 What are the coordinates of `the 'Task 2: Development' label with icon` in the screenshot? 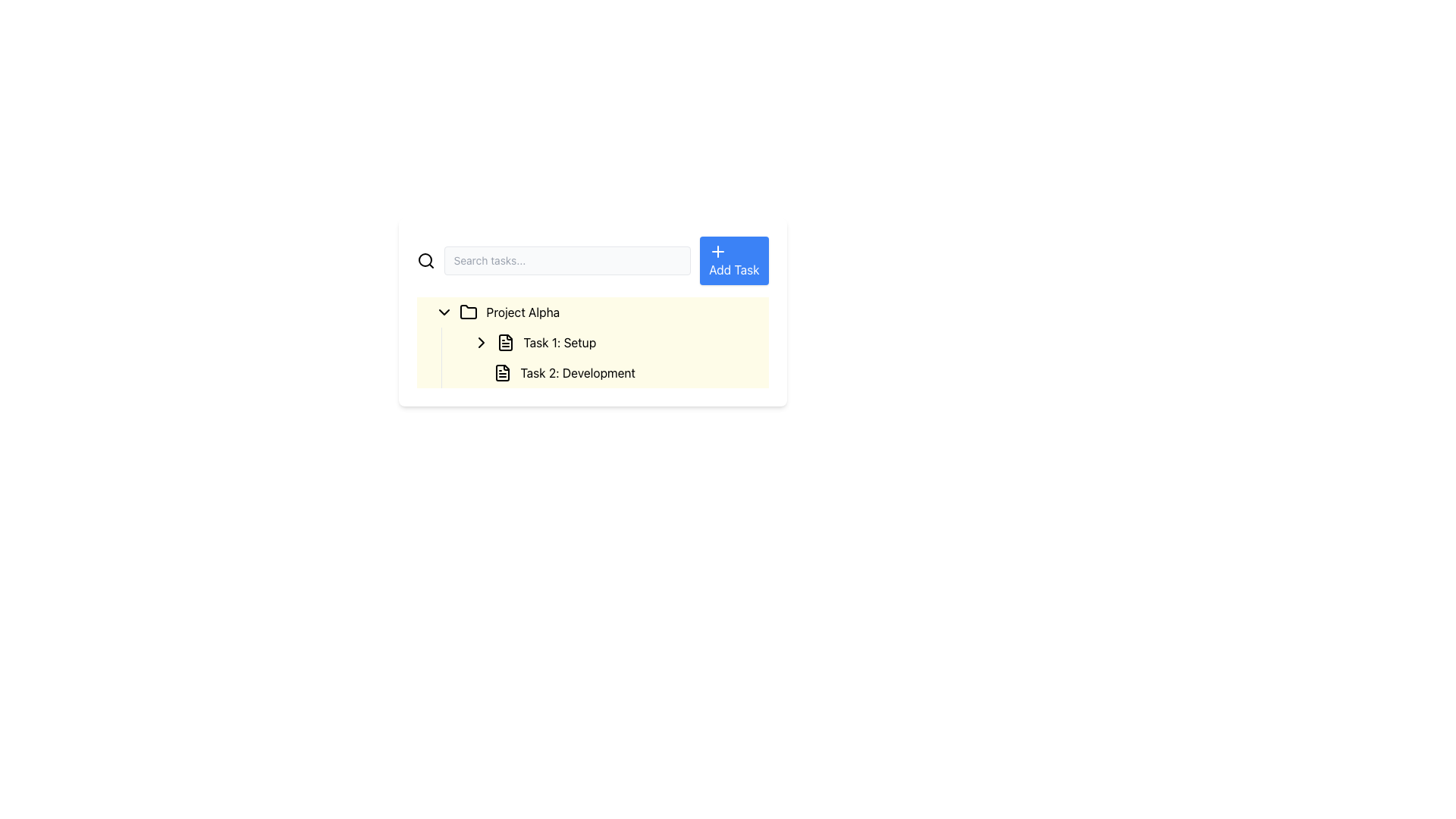 It's located at (617, 373).